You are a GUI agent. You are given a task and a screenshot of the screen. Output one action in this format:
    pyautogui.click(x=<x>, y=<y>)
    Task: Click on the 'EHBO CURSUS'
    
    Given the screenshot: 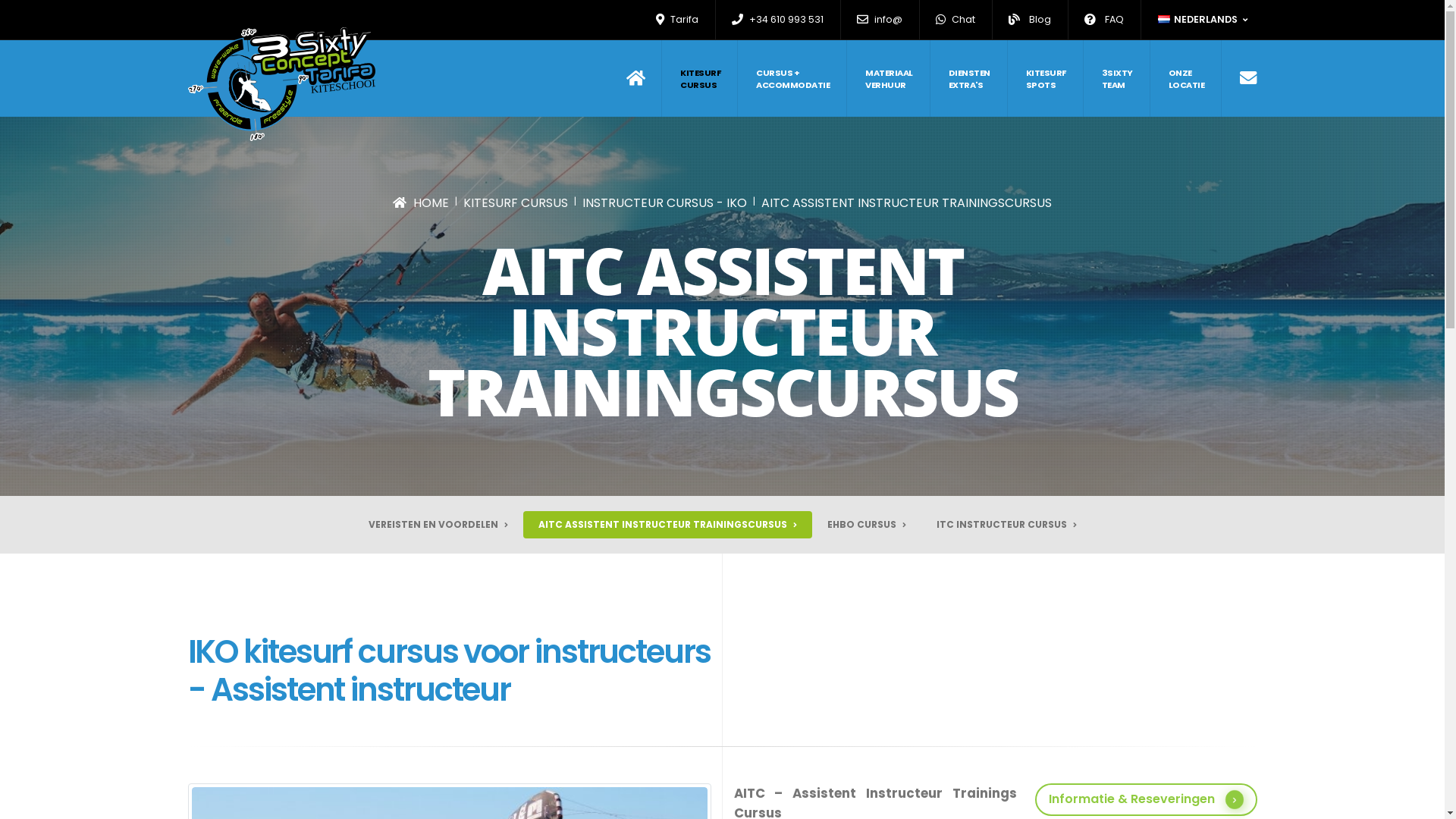 What is the action you would take?
    pyautogui.click(x=866, y=523)
    